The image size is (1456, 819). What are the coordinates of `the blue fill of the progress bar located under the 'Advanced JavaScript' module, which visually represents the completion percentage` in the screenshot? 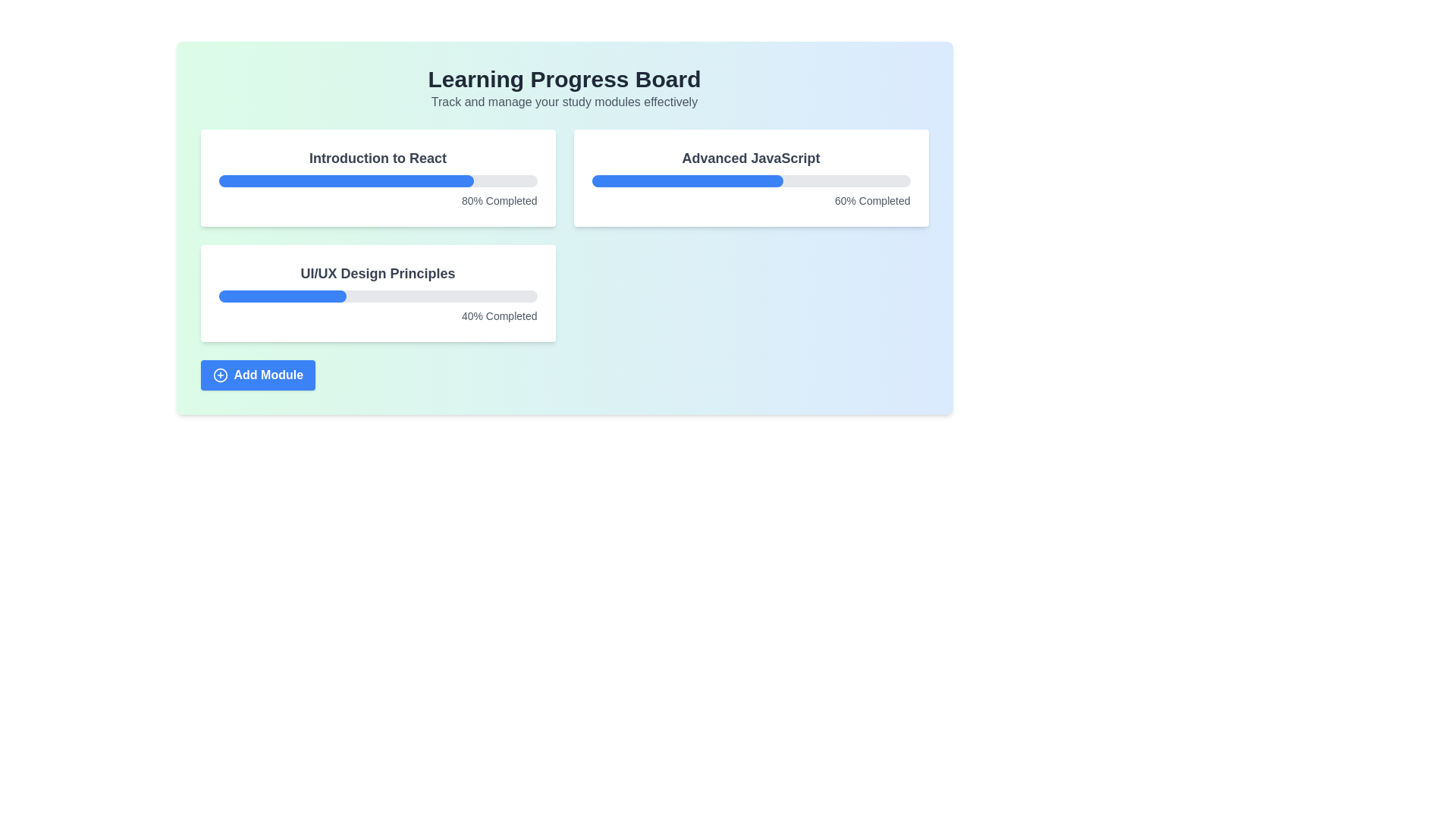 It's located at (686, 180).